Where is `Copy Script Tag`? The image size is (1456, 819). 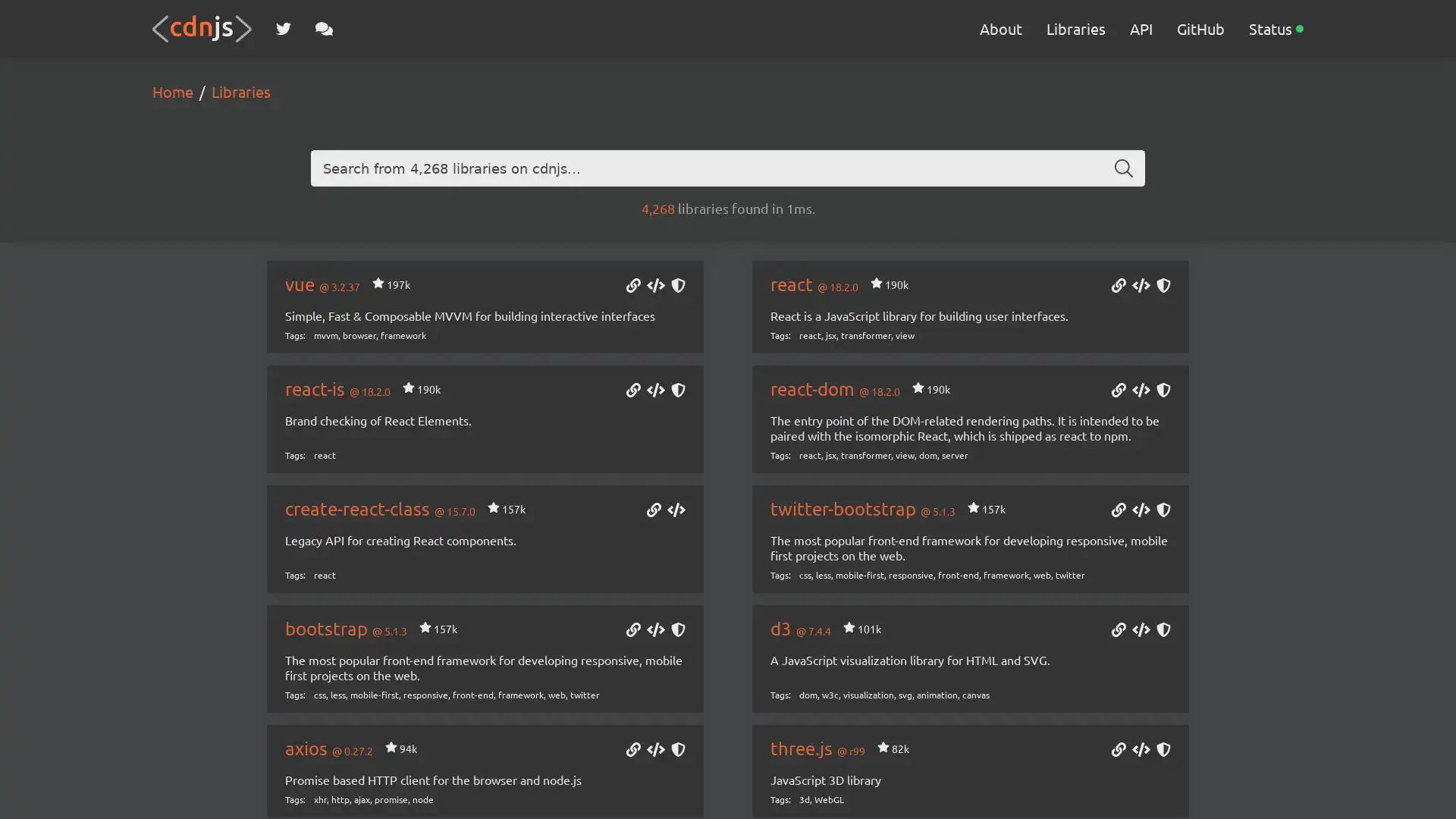
Copy Script Tag is located at coordinates (1140, 511).